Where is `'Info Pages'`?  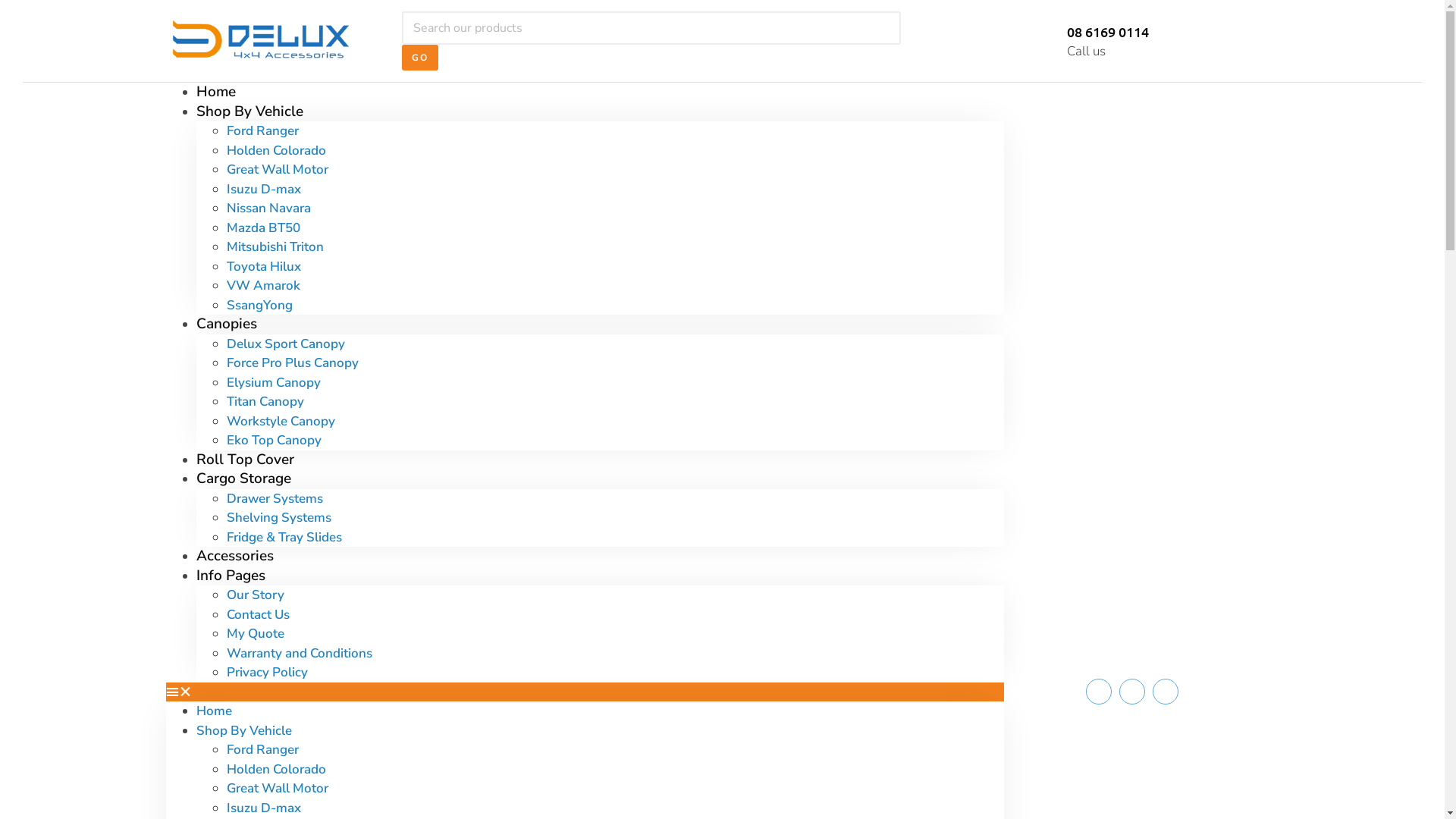
'Info Pages' is located at coordinates (229, 576).